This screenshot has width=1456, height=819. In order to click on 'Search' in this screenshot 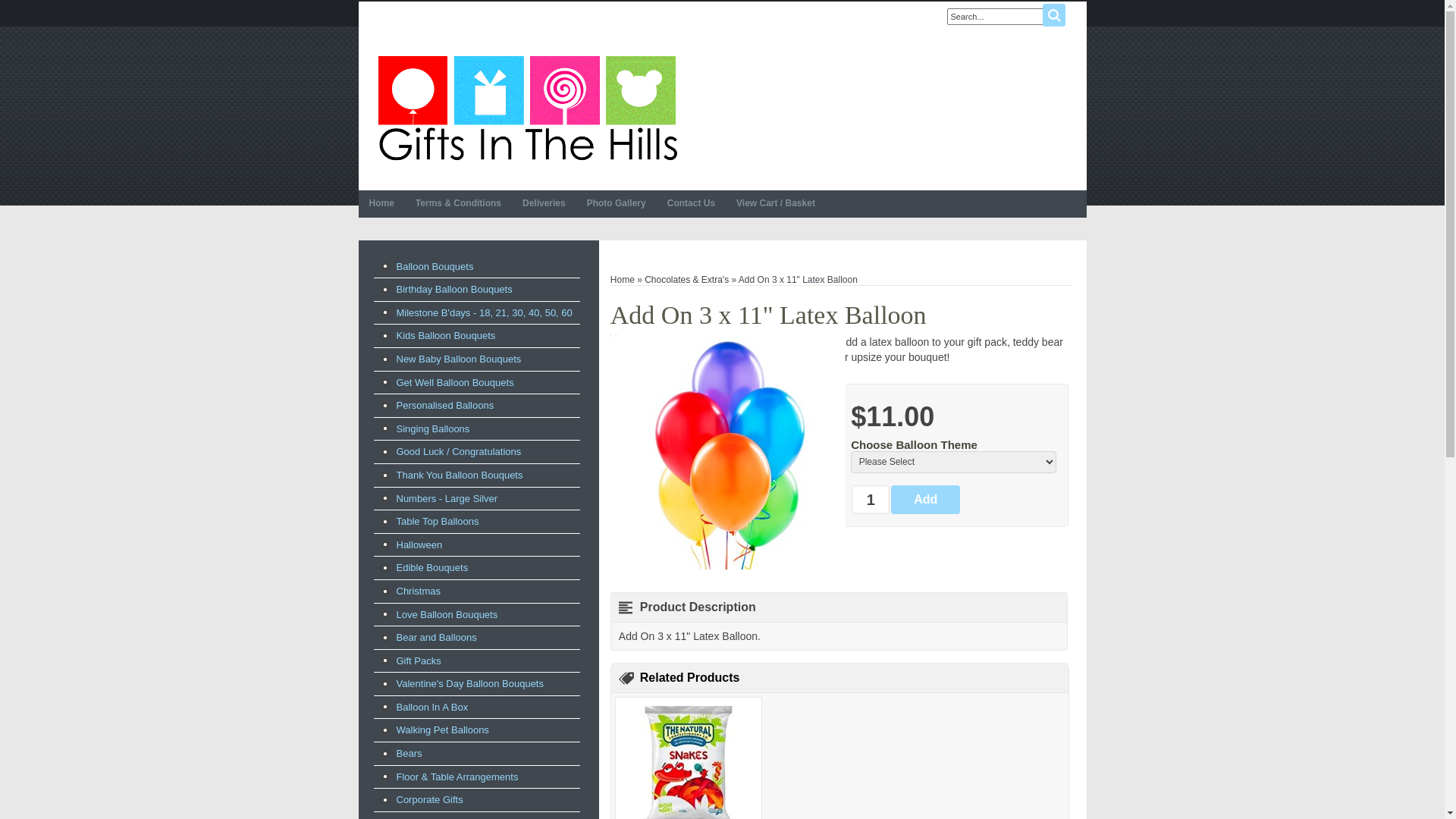, I will do `click(1052, 14)`.